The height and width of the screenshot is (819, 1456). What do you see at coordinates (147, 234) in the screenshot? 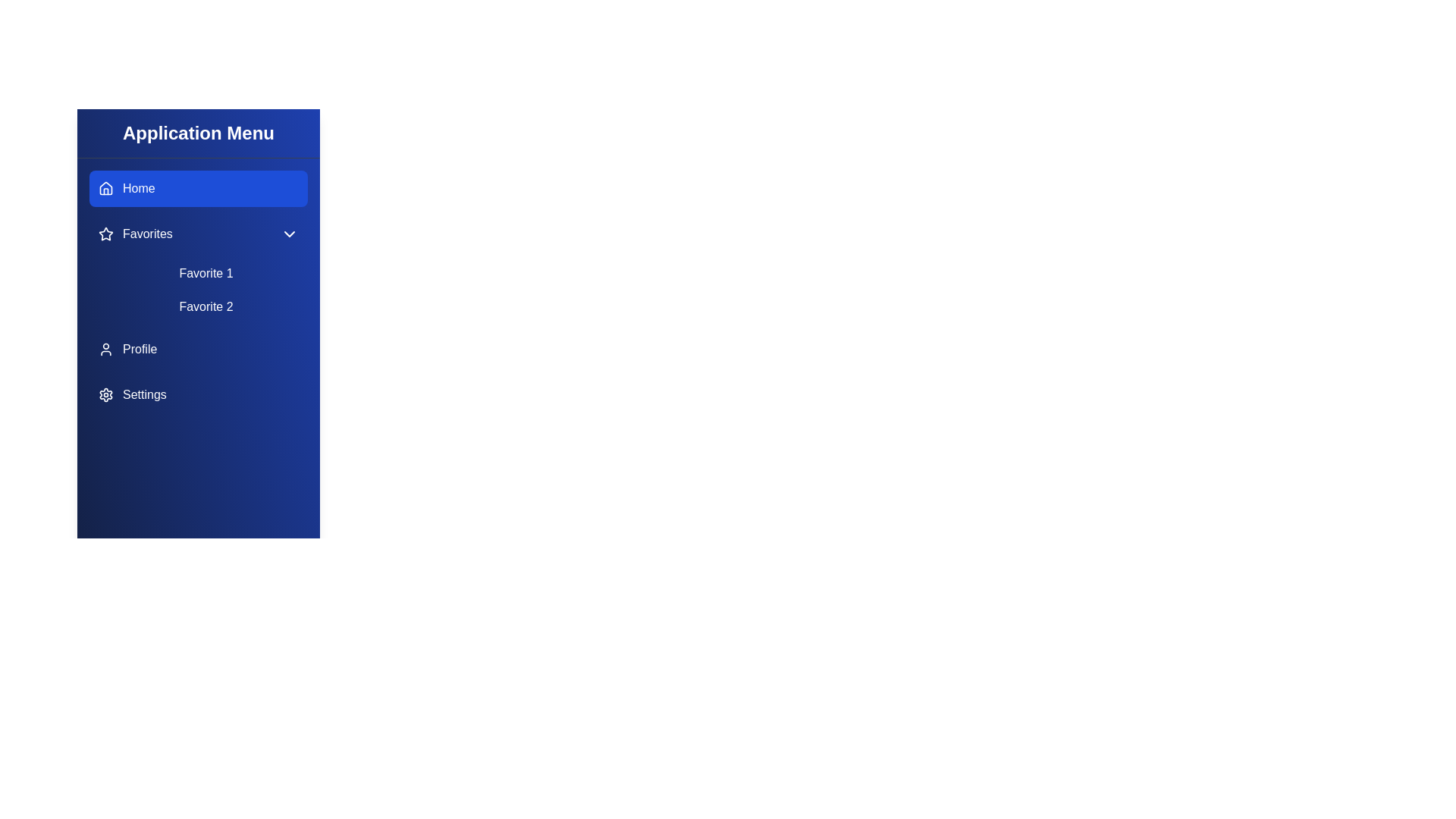
I see `the 'Favorites' navigation item in the vertical menu, which is the second label below 'Home' and above 'Profile'` at bounding box center [147, 234].